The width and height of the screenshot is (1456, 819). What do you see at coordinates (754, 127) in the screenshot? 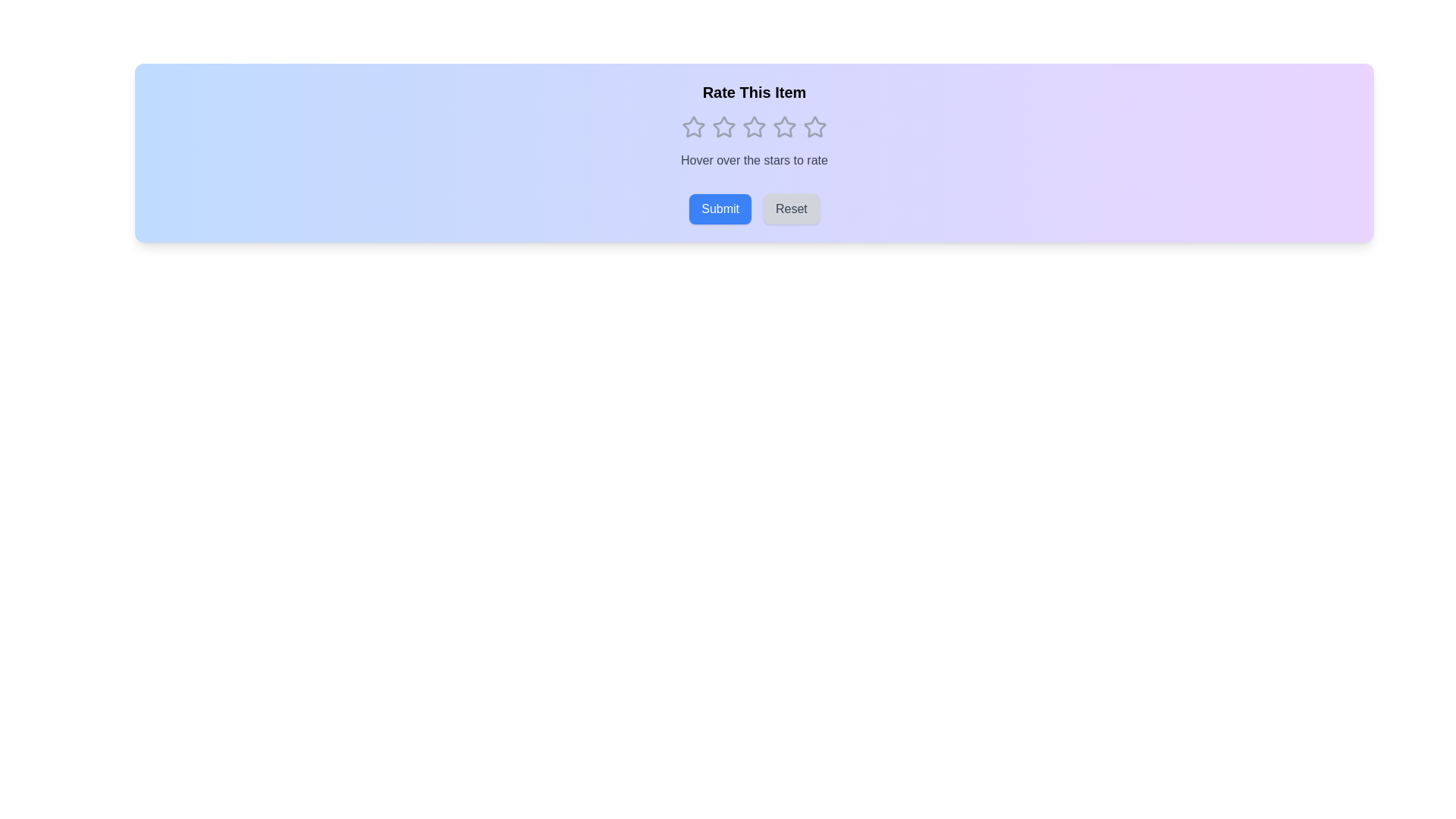
I see `the third star in a row of five stars, which is visually styled with a rounded shape and gray outline, located at the center coordinates of the rating component` at bounding box center [754, 127].